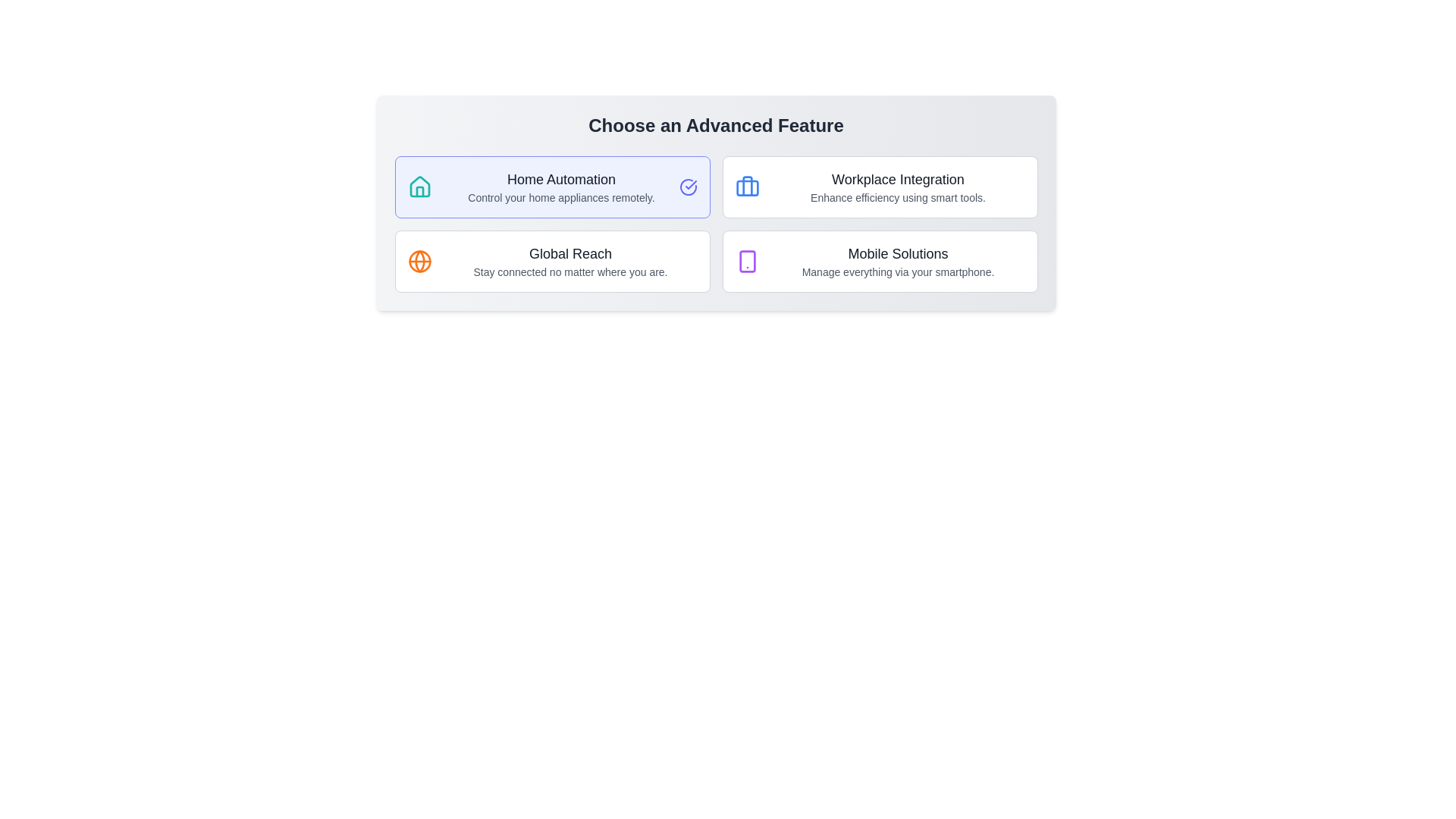 This screenshot has height=819, width=1456. I want to click on the central vertical line of the briefcase icon, which represents workplace integration and is visually aligned above the text 'Workplace Integration', so click(747, 185).